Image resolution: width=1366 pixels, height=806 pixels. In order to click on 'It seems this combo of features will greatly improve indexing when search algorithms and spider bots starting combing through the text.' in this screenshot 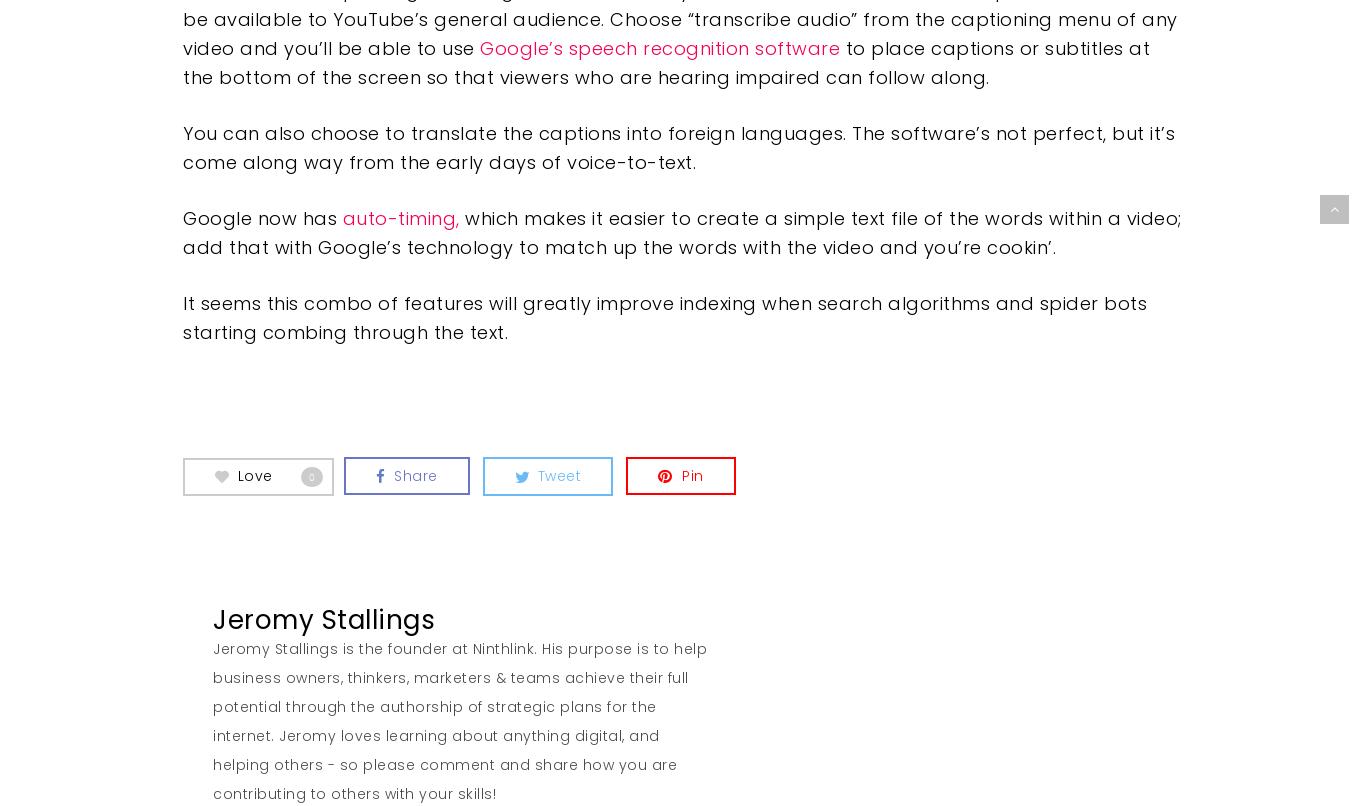, I will do `click(663, 317)`.